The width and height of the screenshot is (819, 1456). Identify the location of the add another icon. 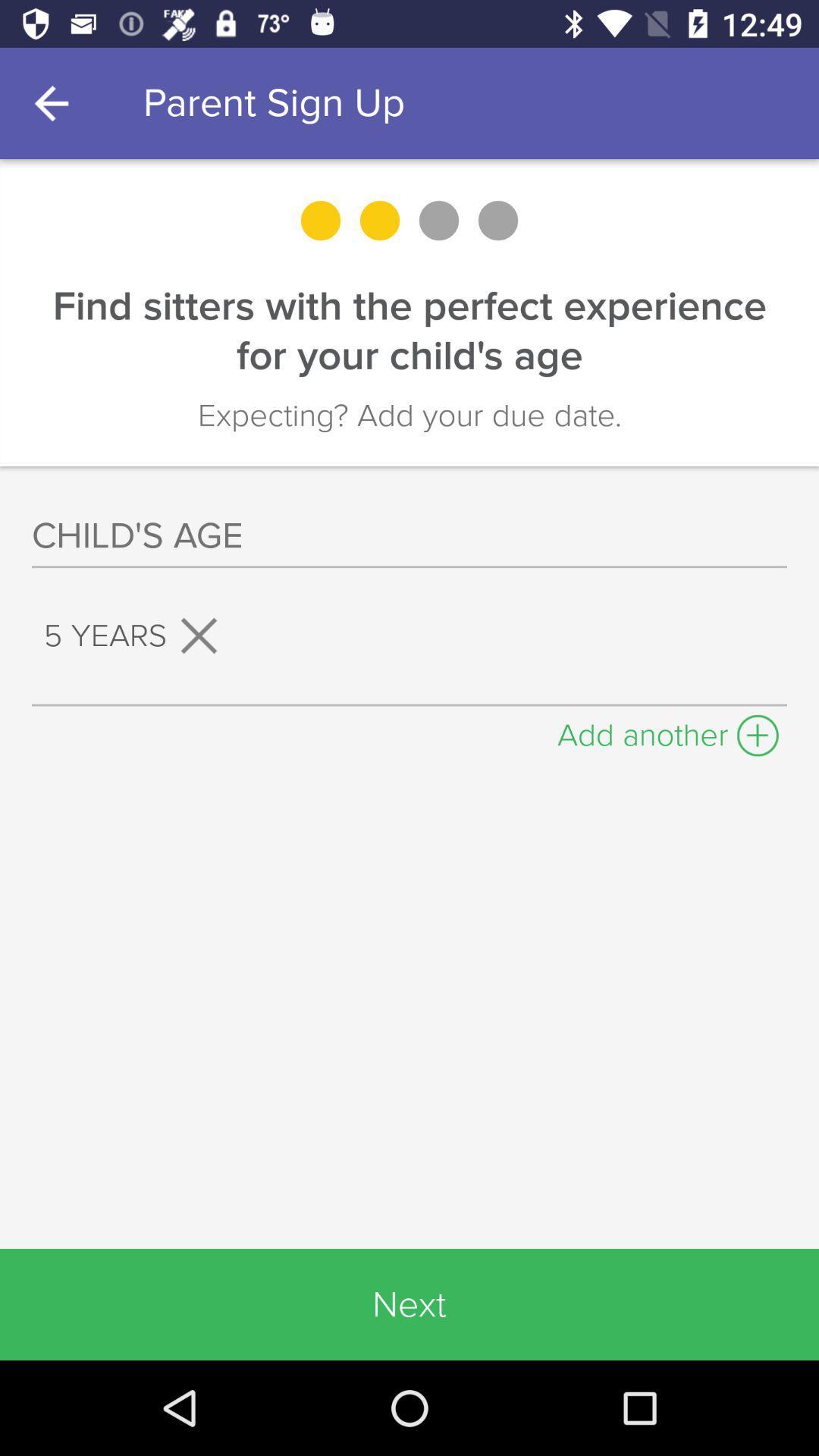
(667, 731).